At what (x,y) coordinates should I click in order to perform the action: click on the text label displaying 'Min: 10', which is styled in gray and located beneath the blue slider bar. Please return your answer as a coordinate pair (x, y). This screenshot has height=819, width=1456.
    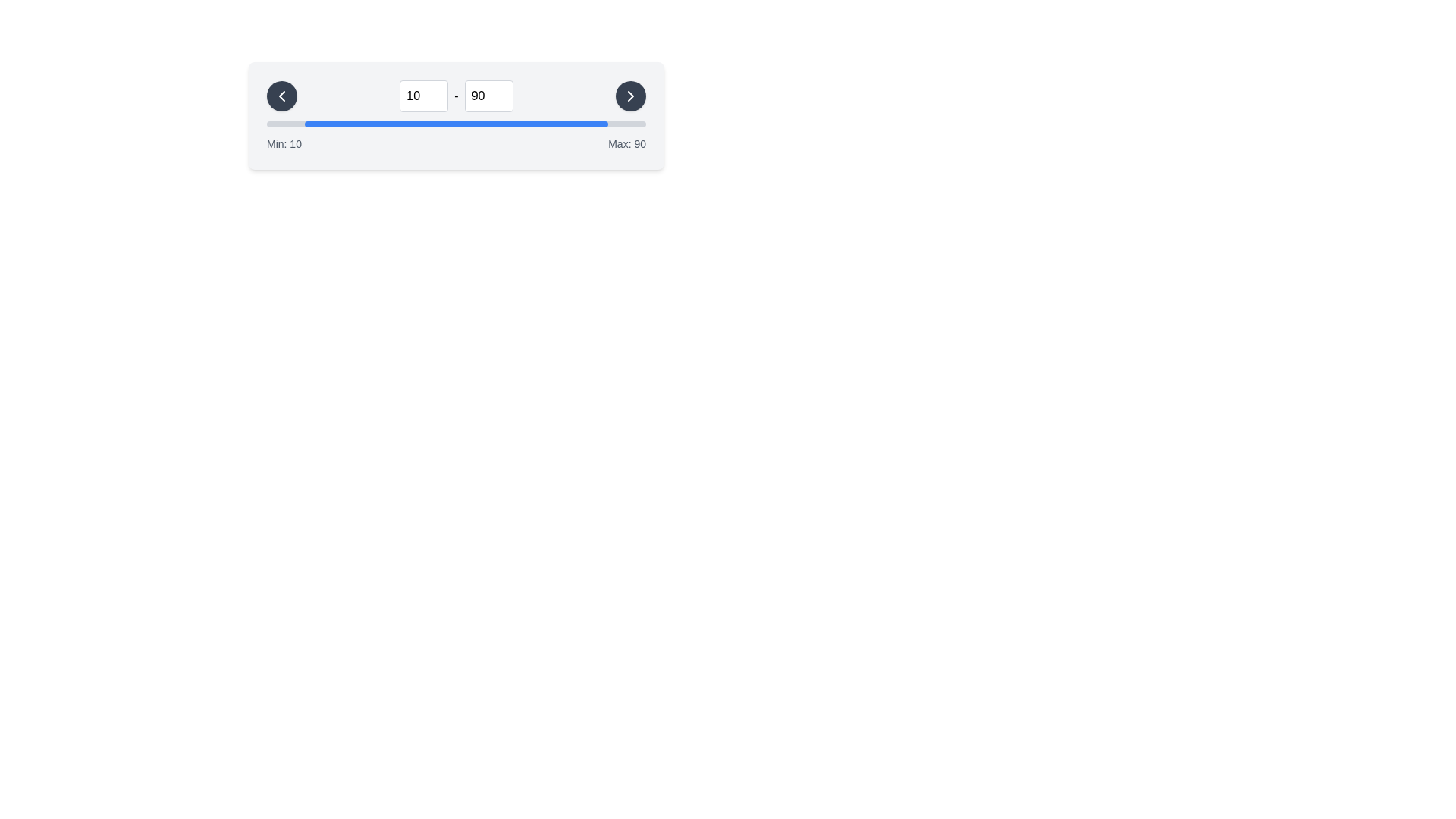
    Looking at the image, I should click on (284, 143).